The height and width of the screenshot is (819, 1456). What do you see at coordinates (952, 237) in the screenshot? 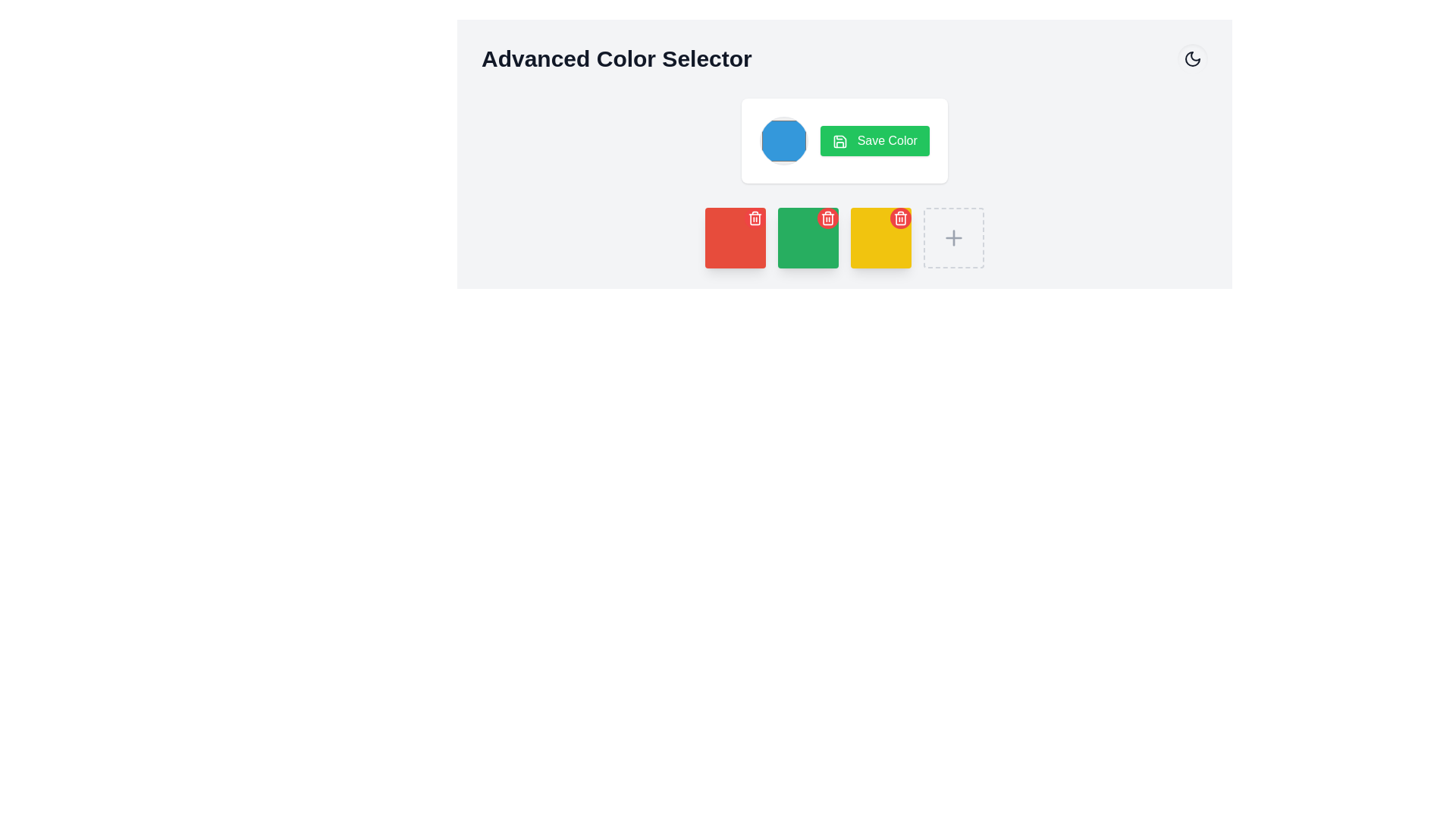
I see `the square button with dashed gray borders and a plus icon` at bounding box center [952, 237].